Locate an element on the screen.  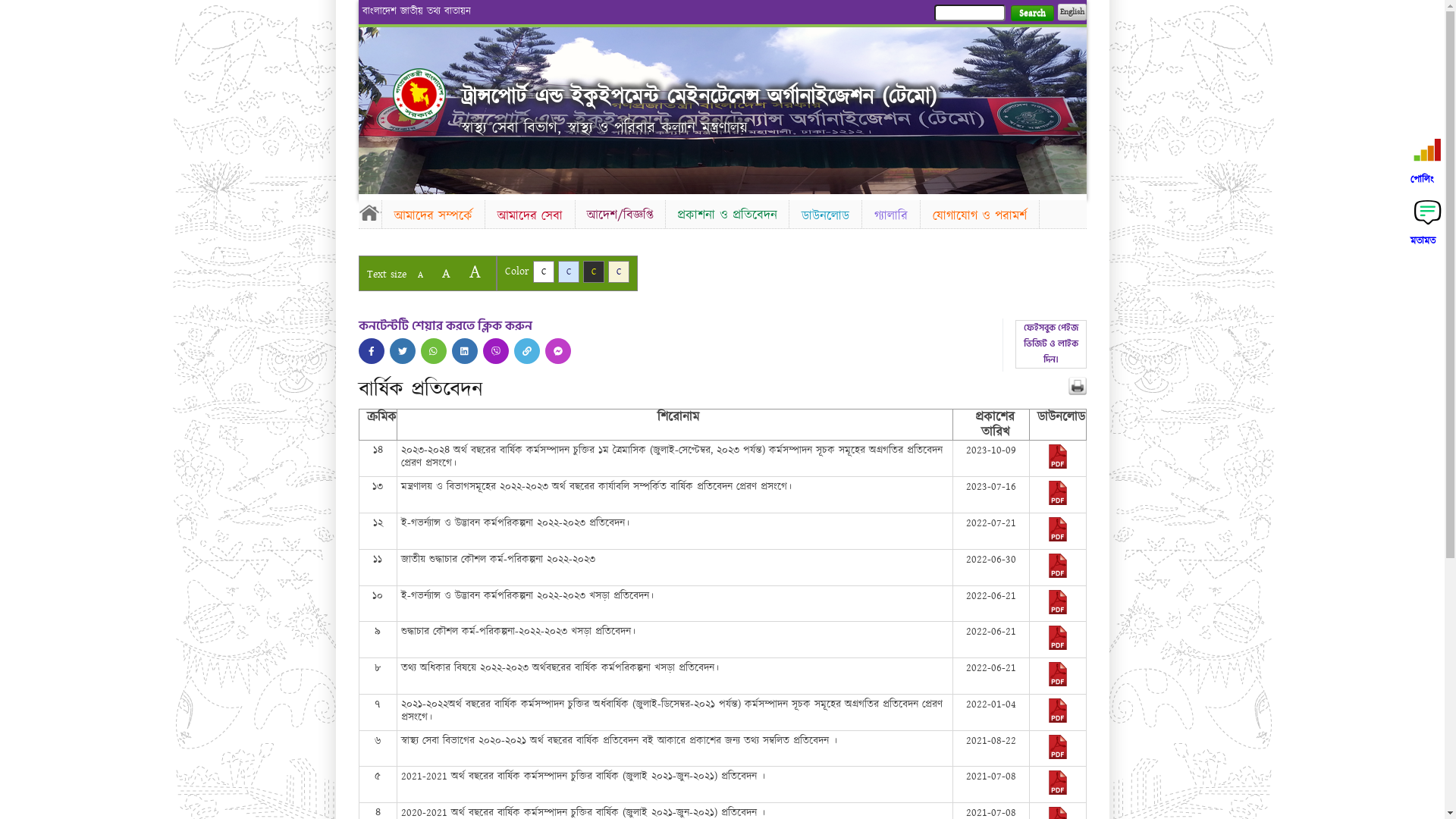
'Search' is located at coordinates (1031, 13).